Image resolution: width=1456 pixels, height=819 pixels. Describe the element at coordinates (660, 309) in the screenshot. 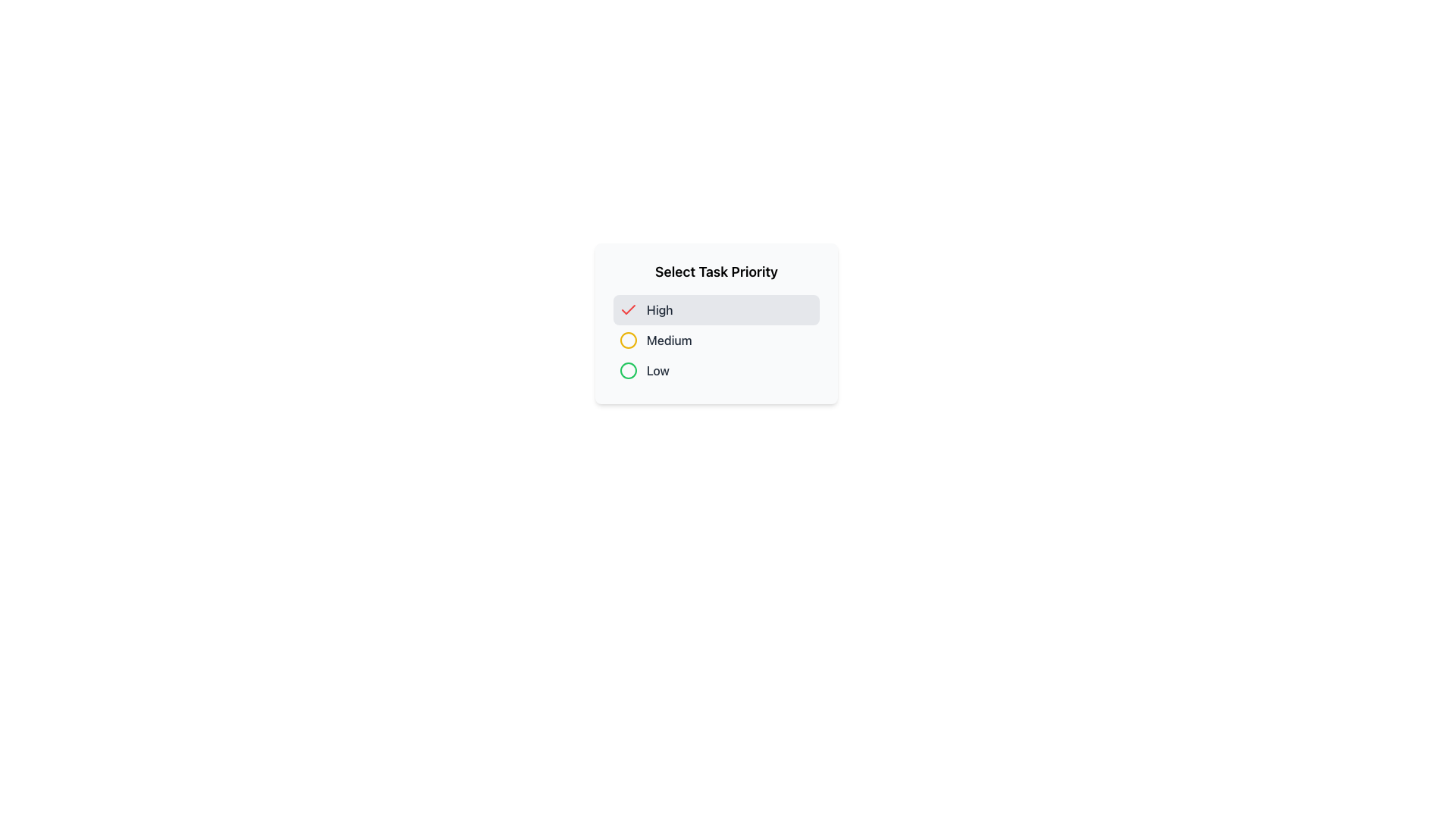

I see `the 'High' text label element, which is styled with gray text and a light gray background, indicating a high task priority level` at that location.